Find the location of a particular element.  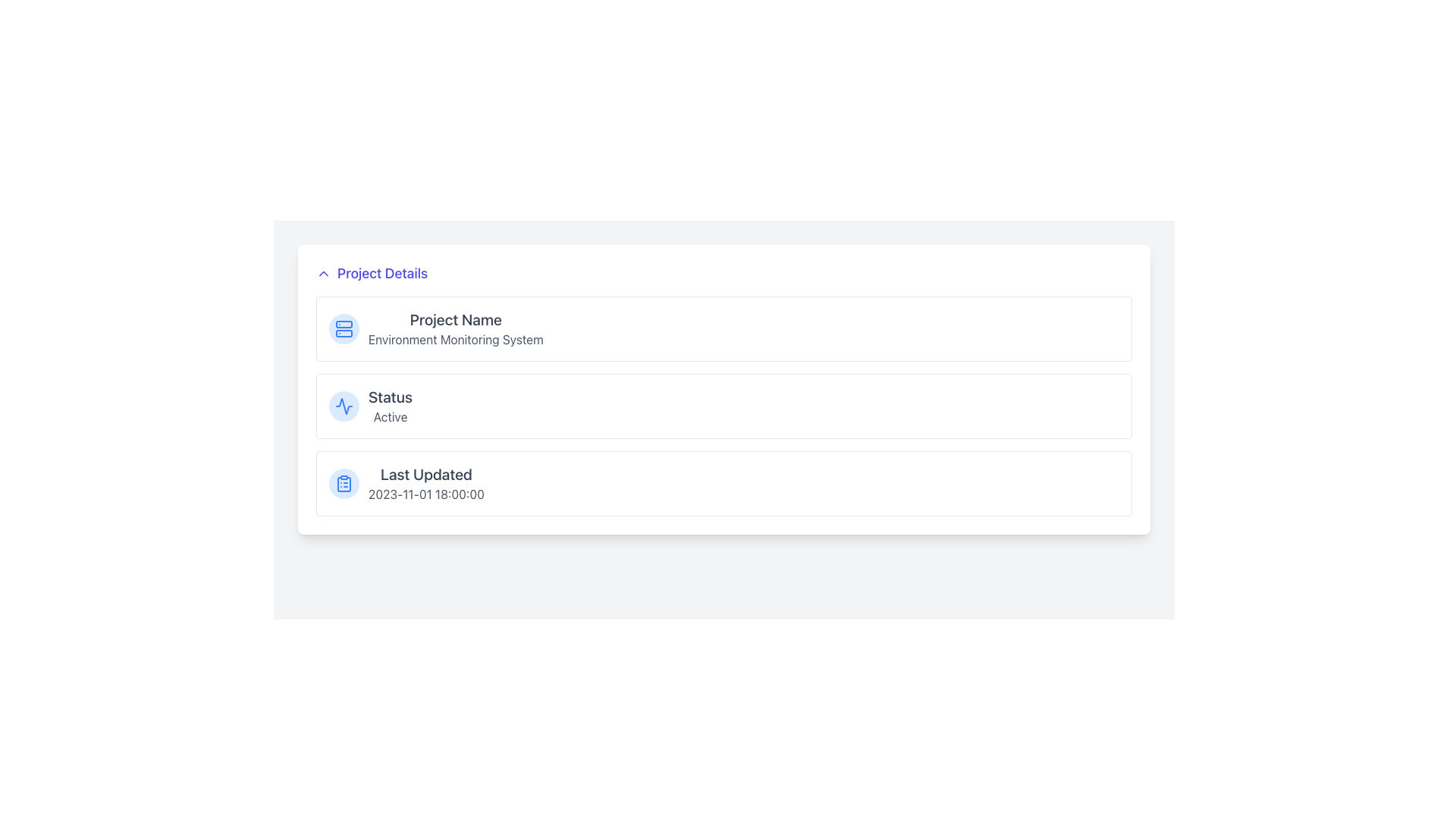

the blue icon resembling an activity waveform in the 'Status' section of the 'Project Details' card is located at coordinates (344, 406).